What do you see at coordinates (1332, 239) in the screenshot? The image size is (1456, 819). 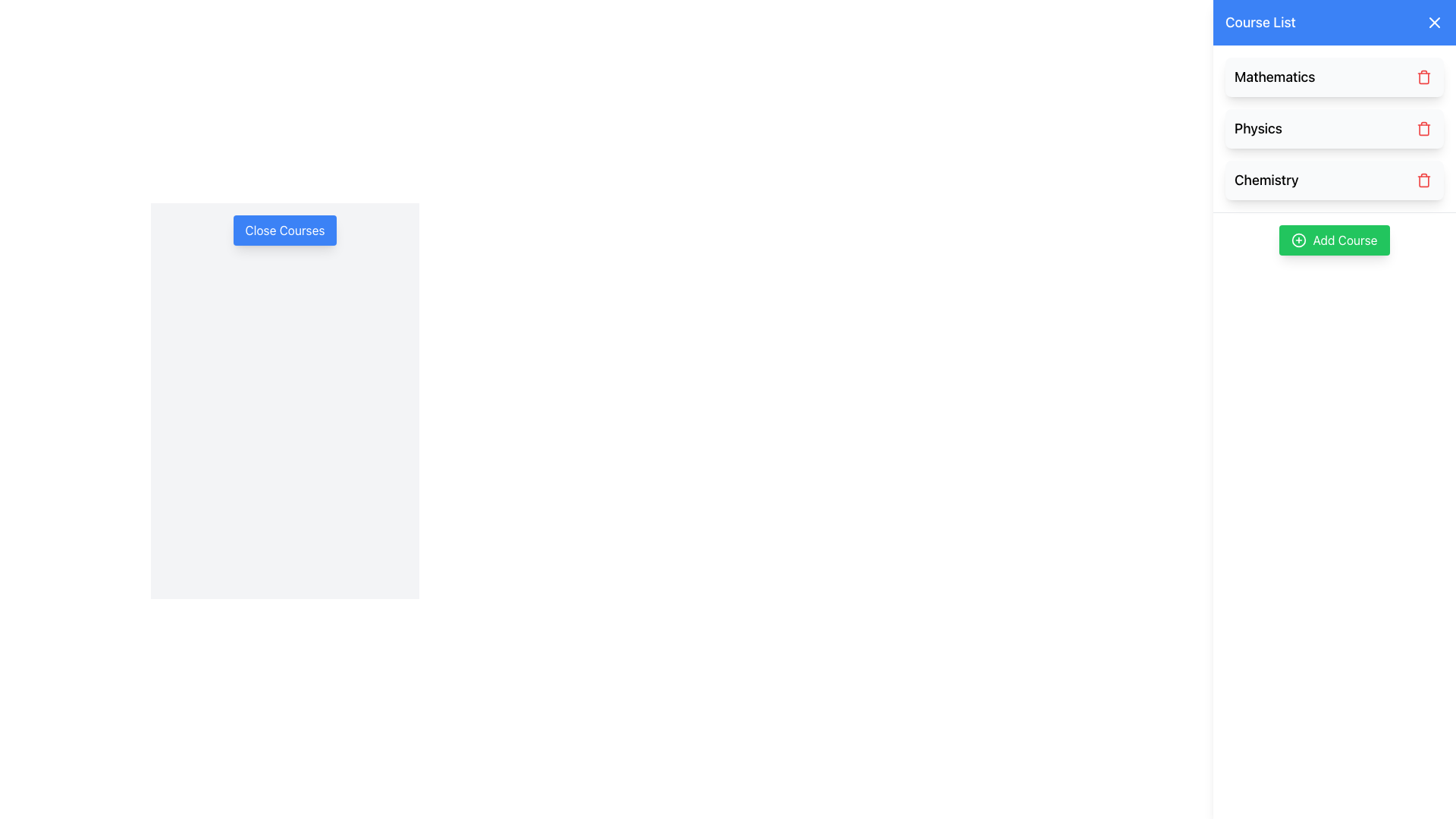 I see `the 'Add Course' button, which is a vibrant green rectangular button with rounded corners and white text, to add a course` at bounding box center [1332, 239].